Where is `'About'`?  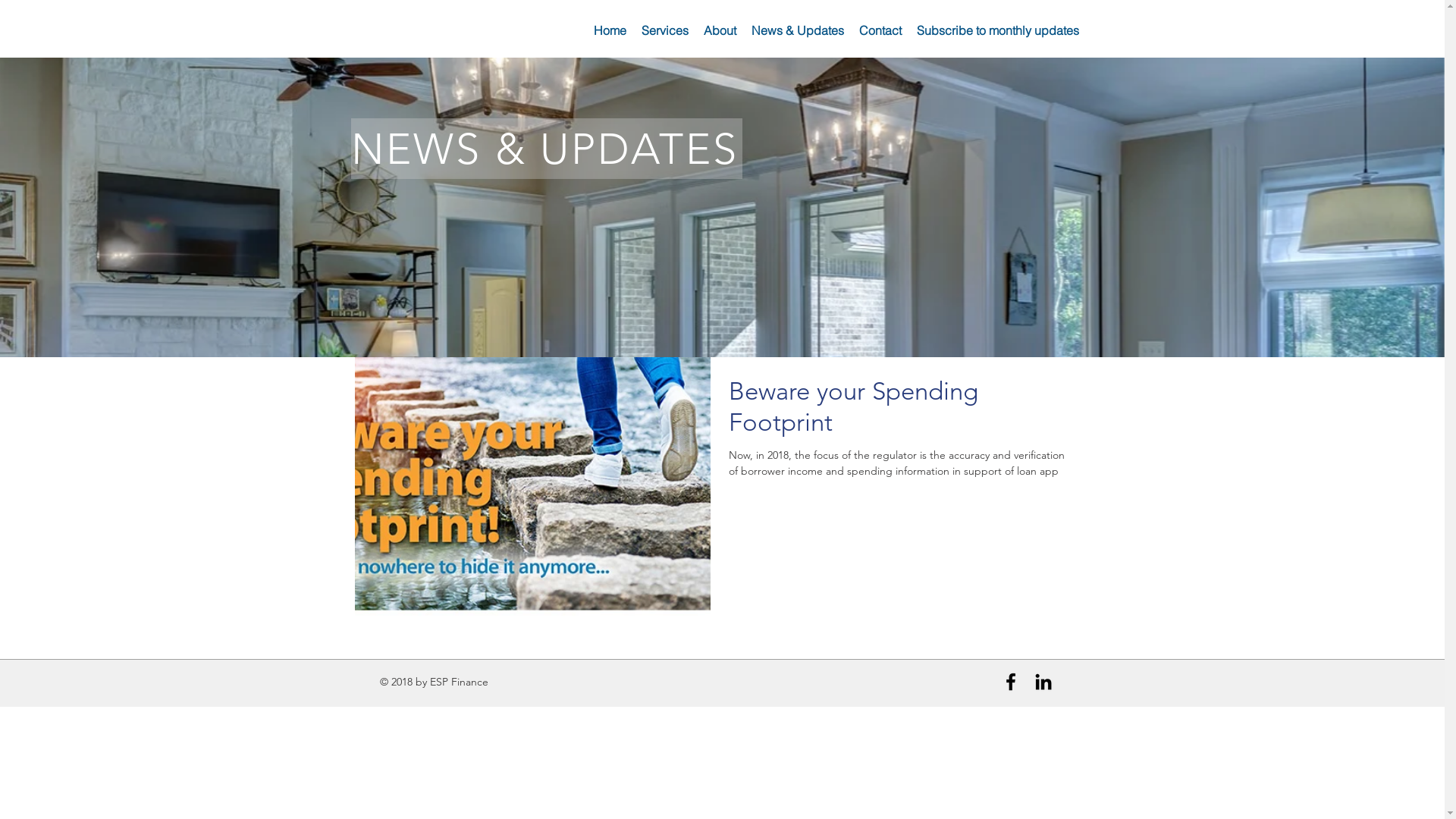
'About' is located at coordinates (719, 30).